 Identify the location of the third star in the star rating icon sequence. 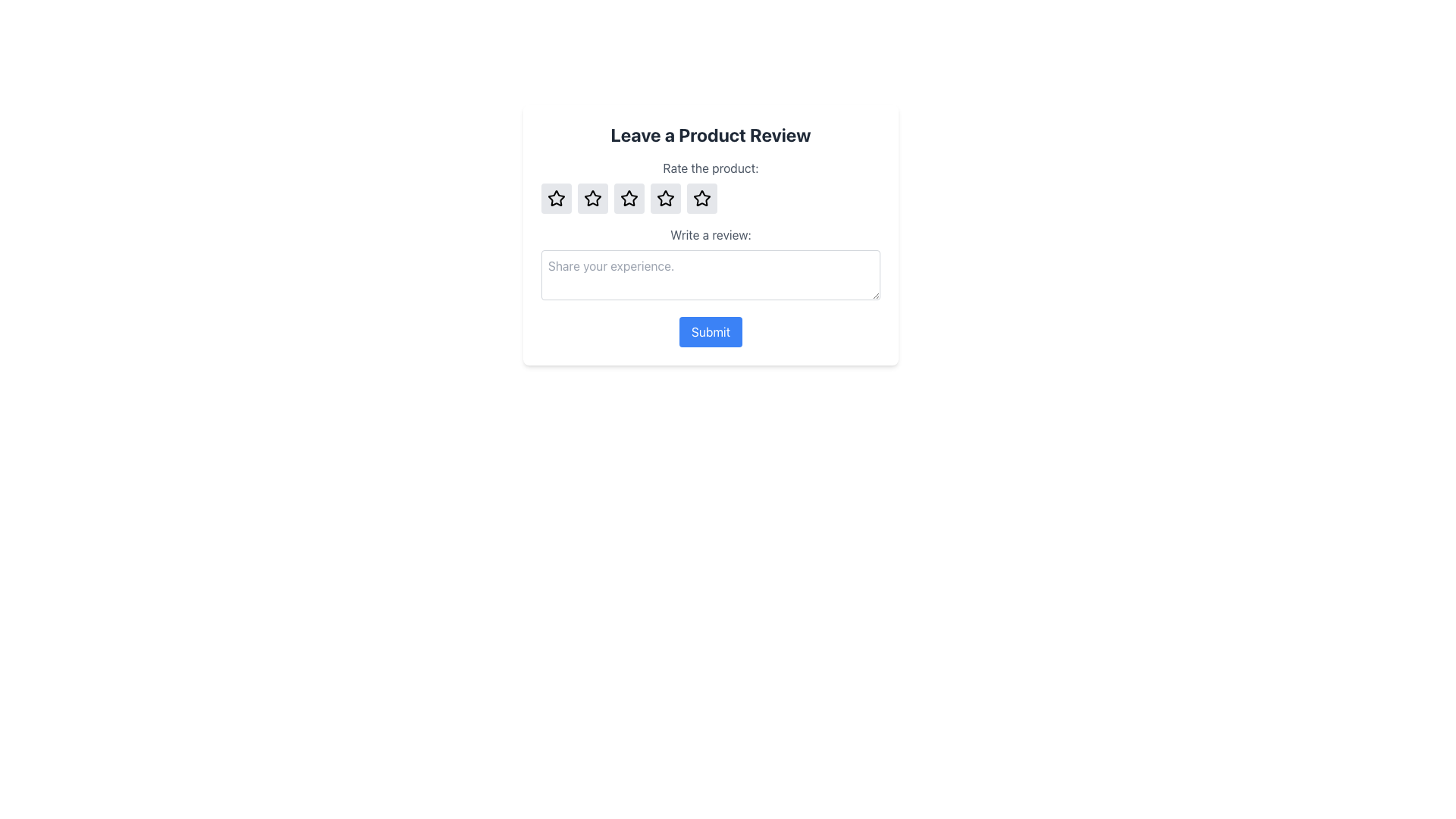
(666, 197).